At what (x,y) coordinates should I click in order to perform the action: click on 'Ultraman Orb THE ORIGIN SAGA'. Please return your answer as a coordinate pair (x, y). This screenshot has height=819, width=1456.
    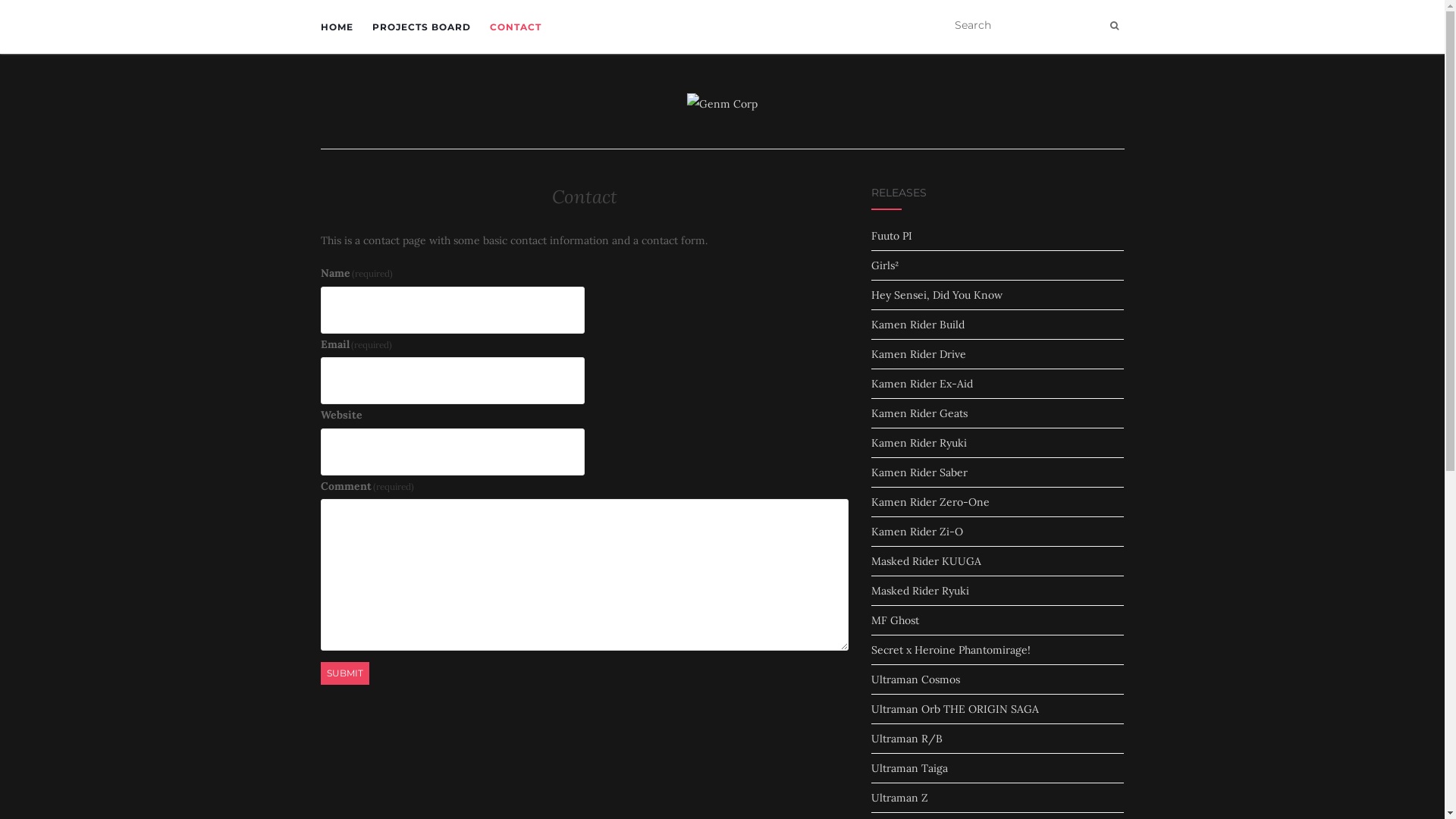
    Looking at the image, I should click on (954, 708).